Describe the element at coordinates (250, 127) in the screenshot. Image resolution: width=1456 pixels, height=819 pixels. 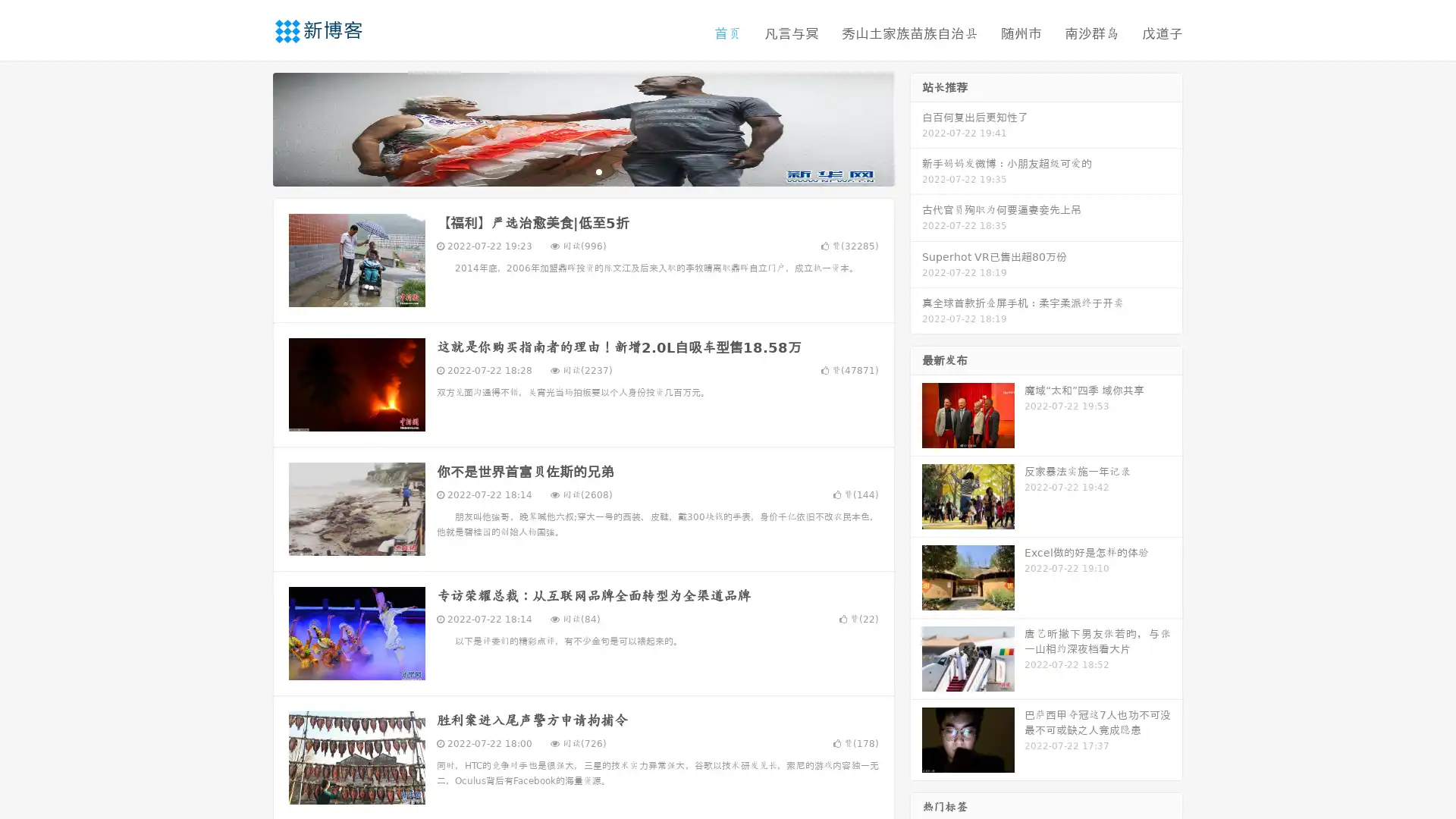
I see `Previous slide` at that location.